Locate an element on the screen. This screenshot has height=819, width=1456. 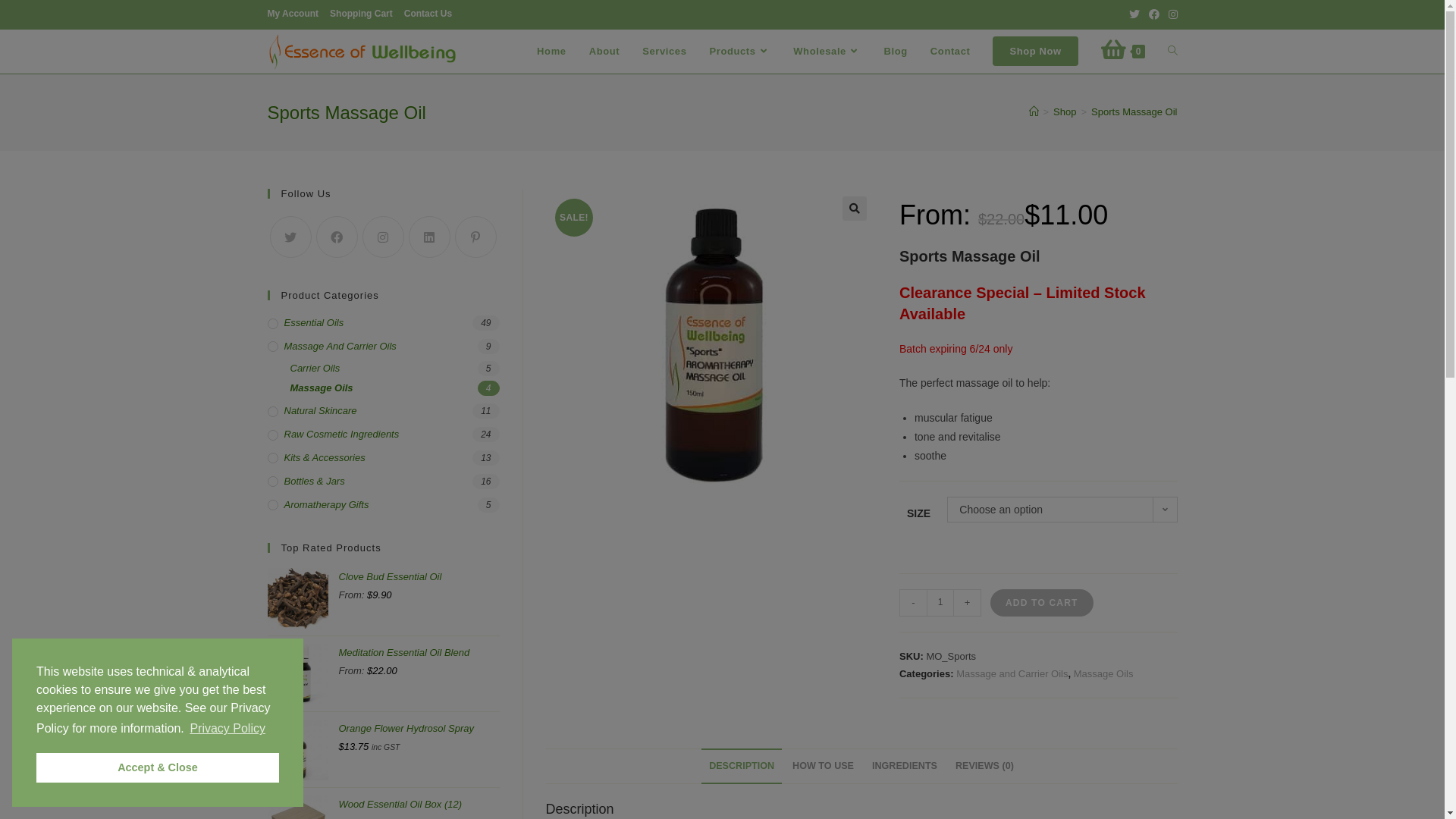
'Essential Oils' is located at coordinates (382, 322).